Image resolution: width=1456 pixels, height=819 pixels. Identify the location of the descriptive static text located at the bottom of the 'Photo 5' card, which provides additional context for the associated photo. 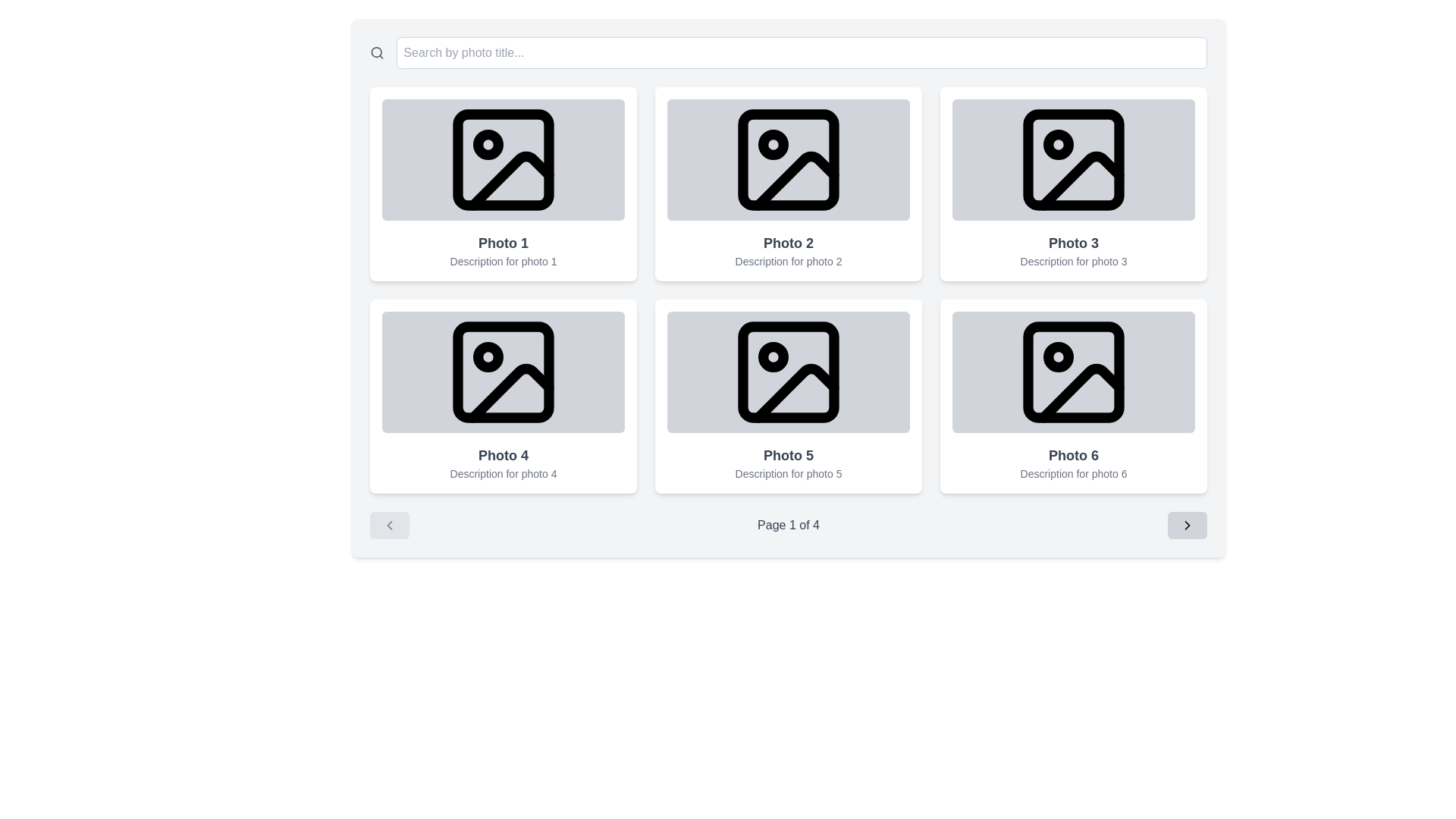
(789, 472).